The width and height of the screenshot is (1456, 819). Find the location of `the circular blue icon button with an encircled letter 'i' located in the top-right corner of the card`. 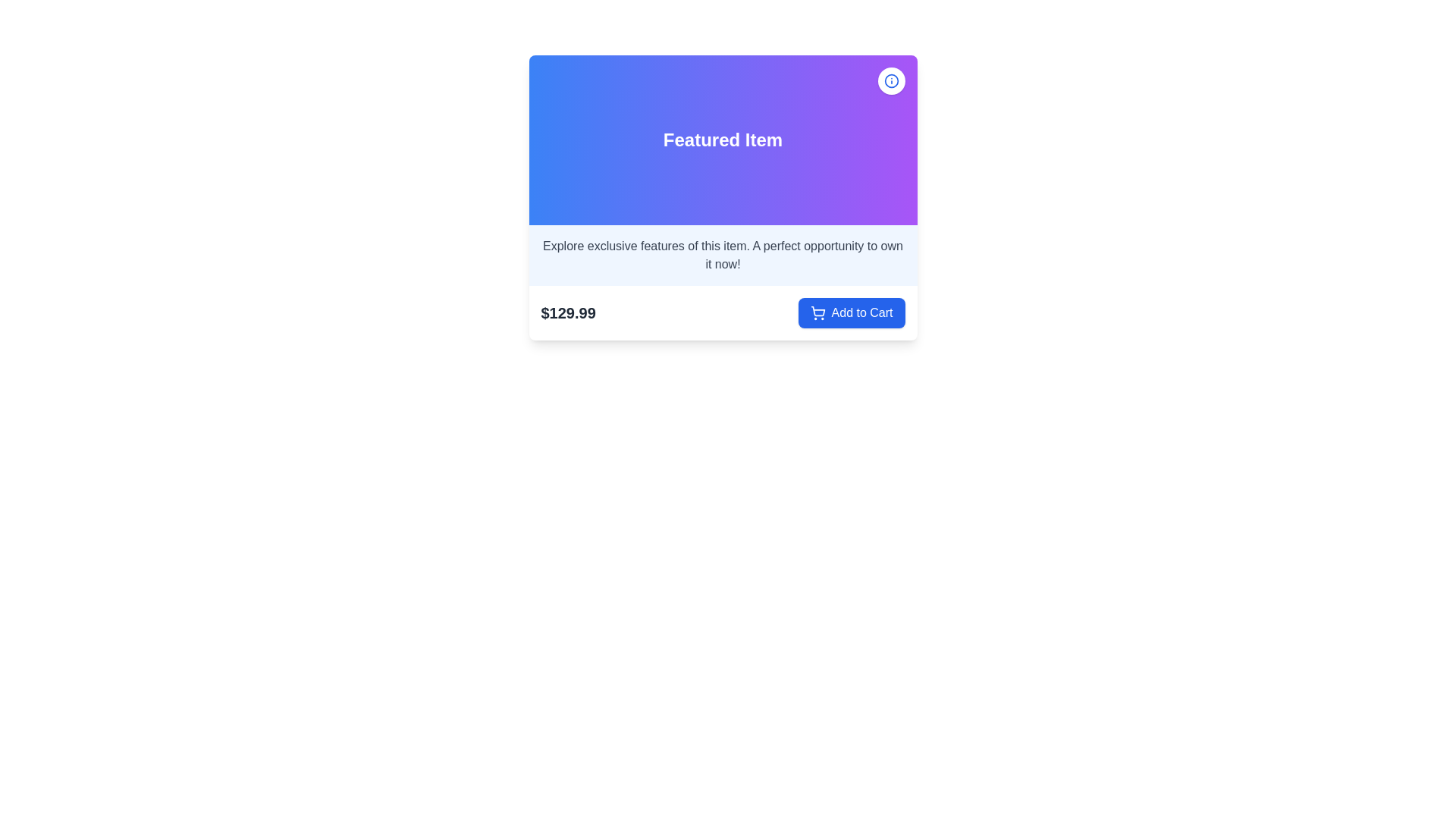

the circular blue icon button with an encircled letter 'i' located in the top-right corner of the card is located at coordinates (891, 81).